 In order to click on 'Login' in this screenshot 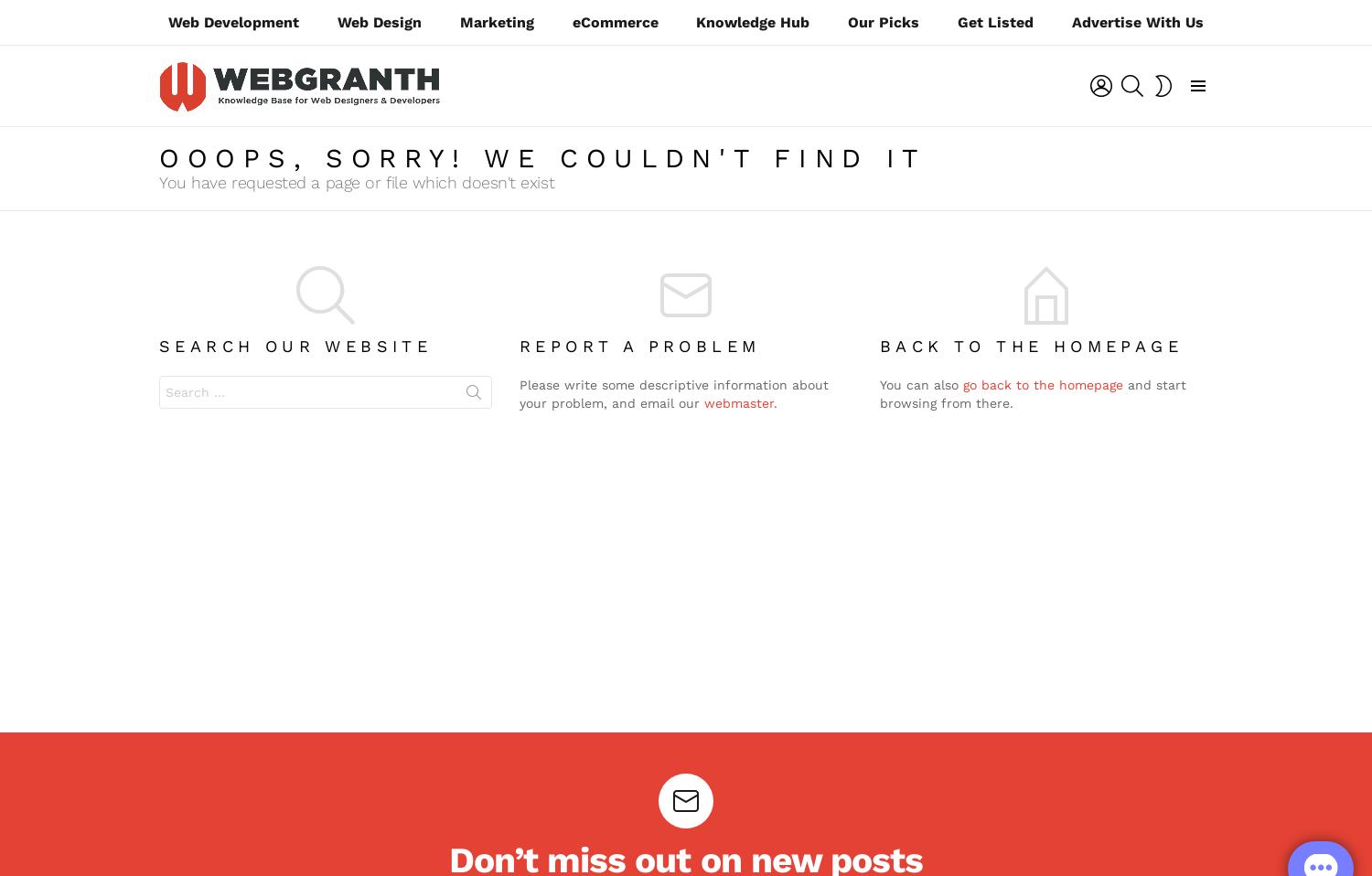, I will do `click(538, 75)`.